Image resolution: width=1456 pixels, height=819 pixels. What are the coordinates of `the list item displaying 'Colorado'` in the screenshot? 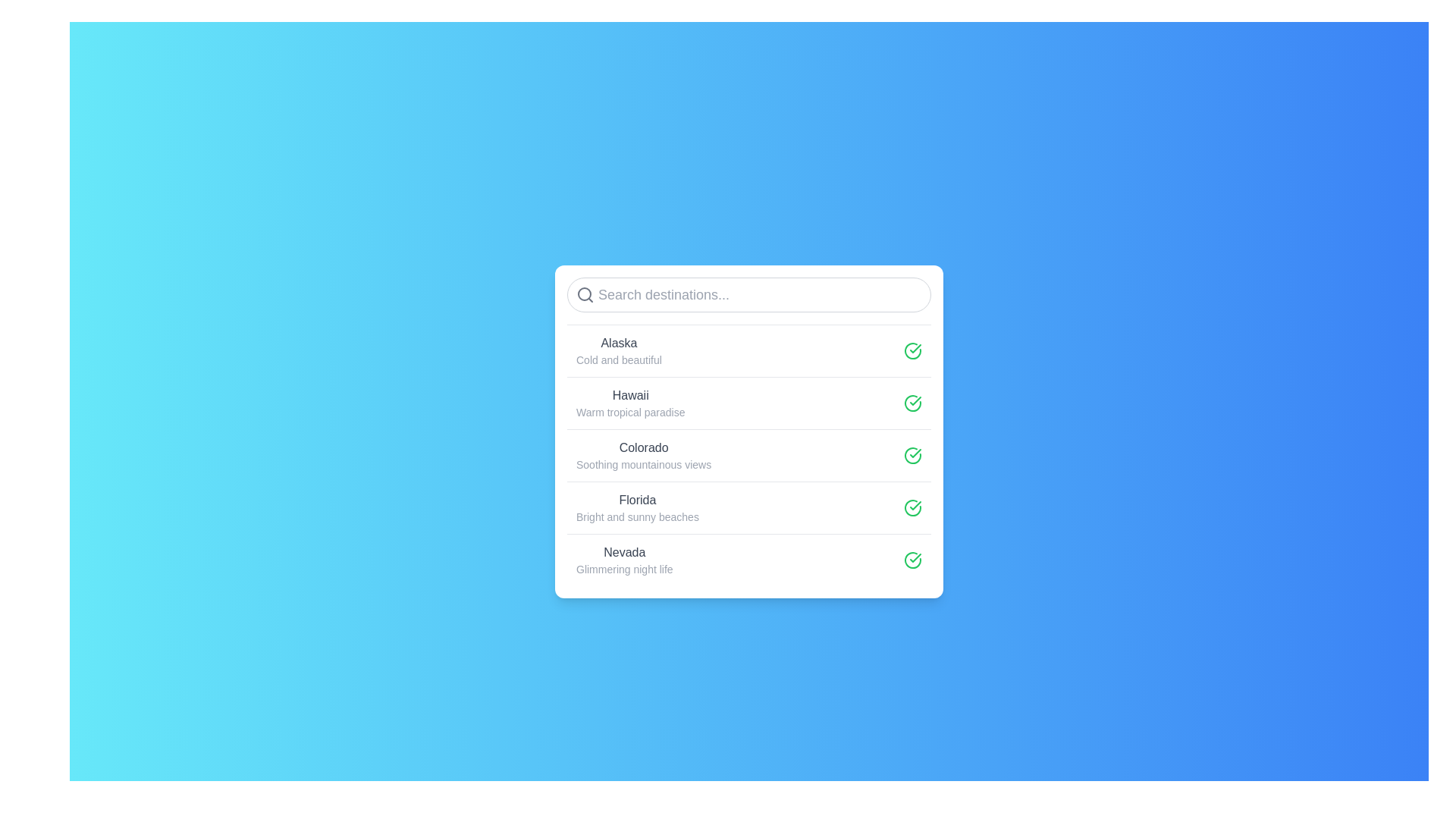 It's located at (749, 454).